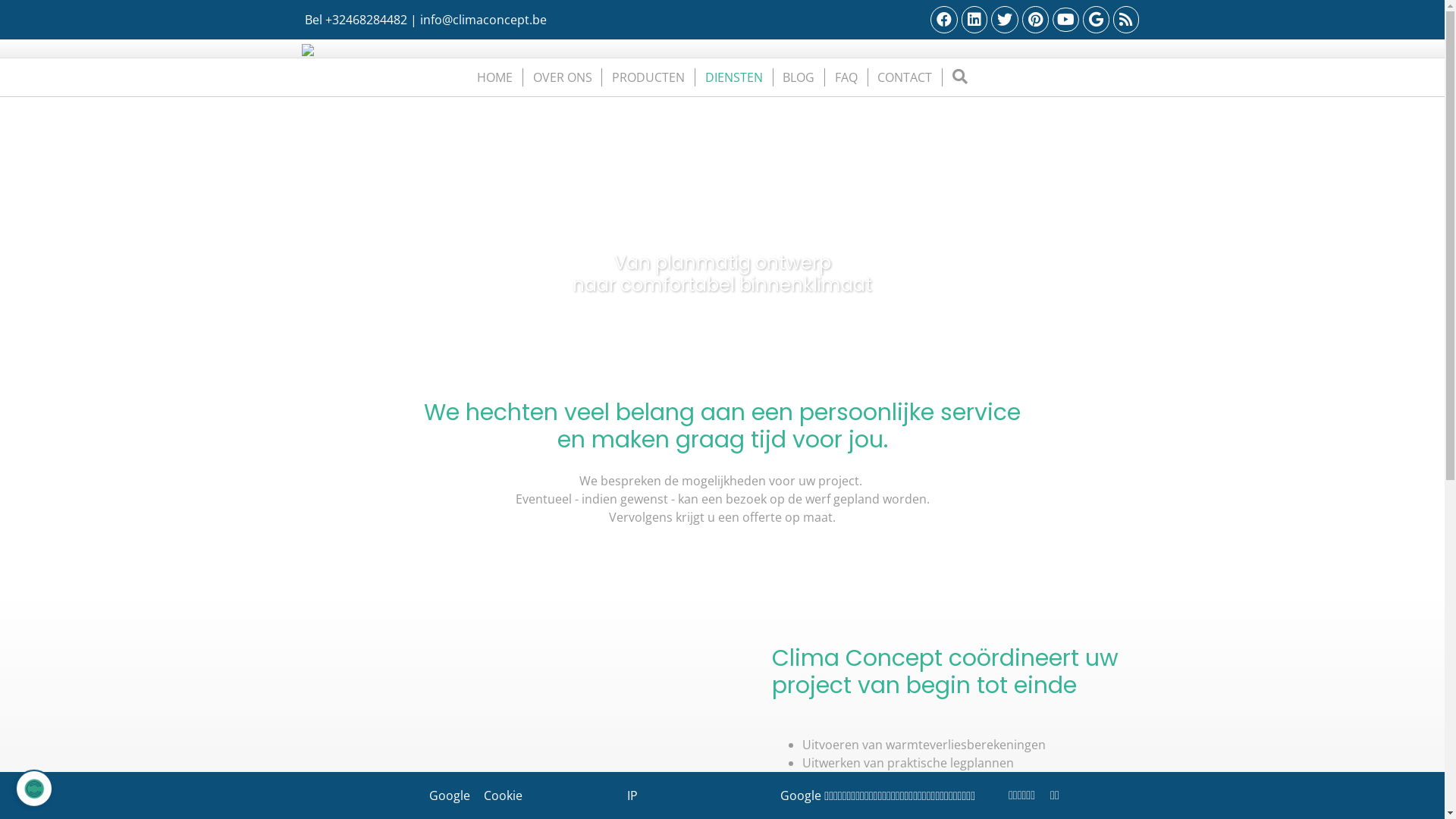 This screenshot has height=819, width=1456. Describe the element at coordinates (562, 77) in the screenshot. I see `'OVER ONS'` at that location.